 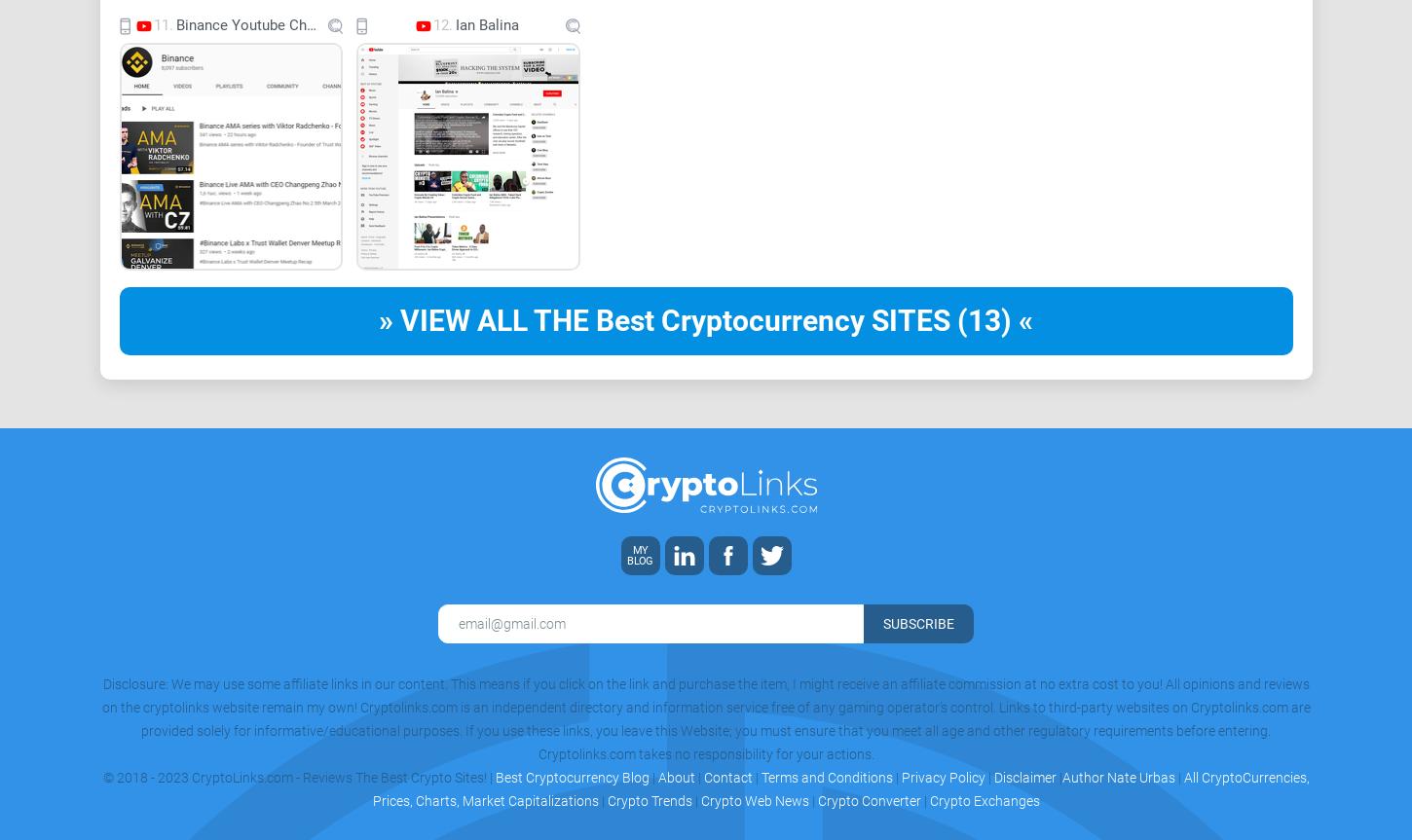 I want to click on 'Best Cryptocurrency Blog', so click(x=571, y=776).